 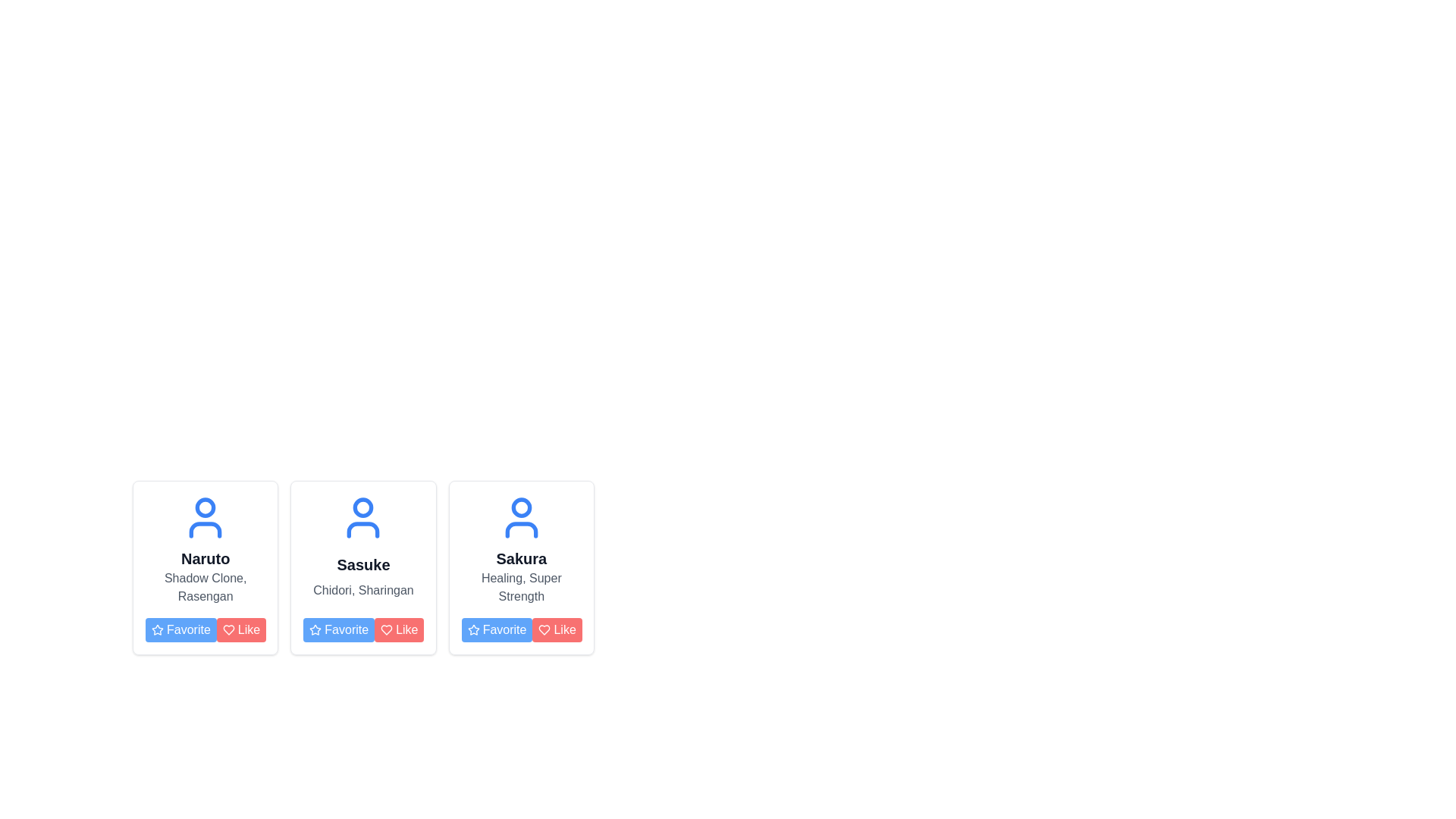 What do you see at coordinates (157, 629) in the screenshot?
I see `the blue star icon representing the favorite button located in the first profile card under the name 'Naruto'` at bounding box center [157, 629].